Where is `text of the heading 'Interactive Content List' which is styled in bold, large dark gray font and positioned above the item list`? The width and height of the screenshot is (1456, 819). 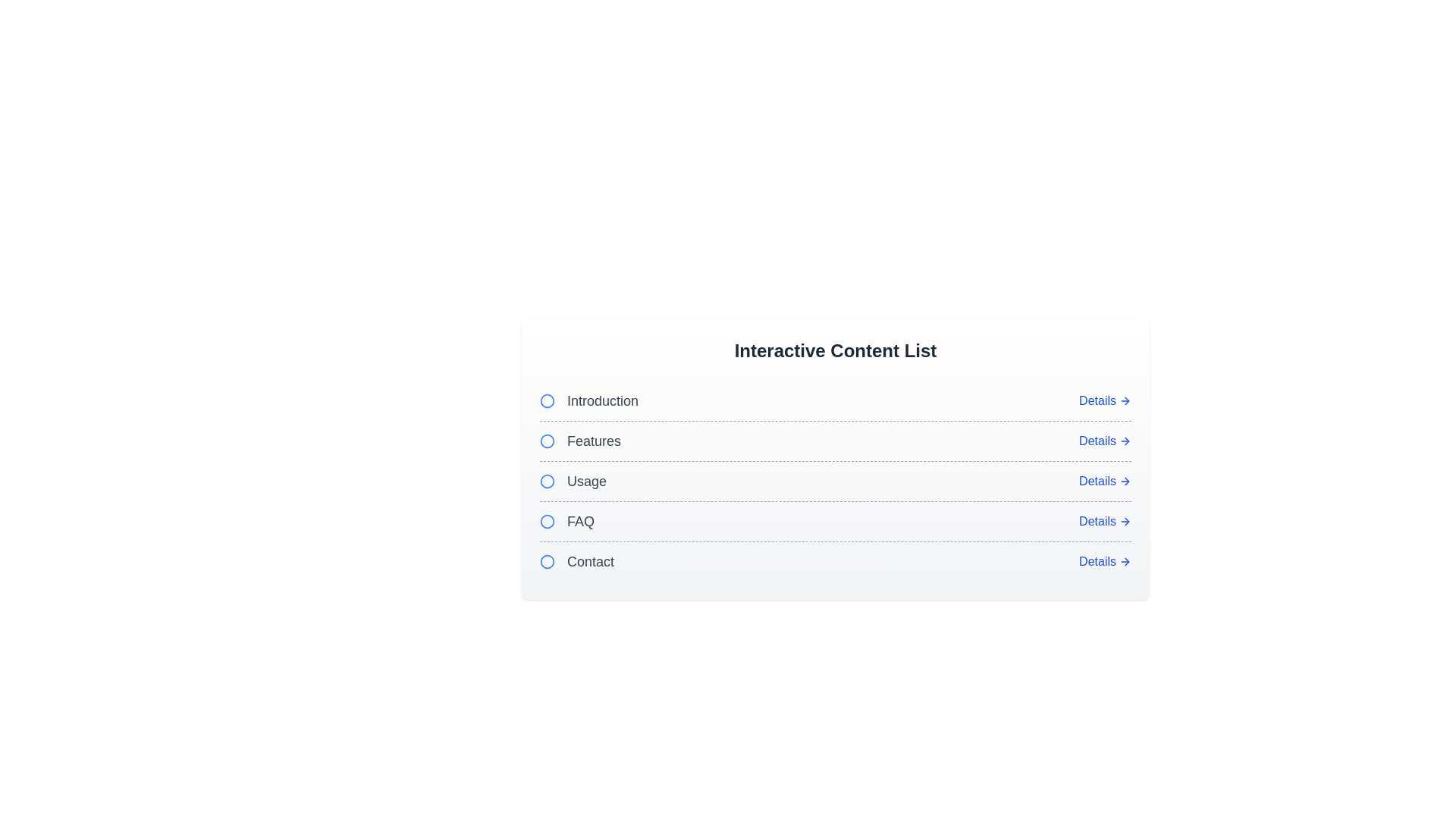
text of the heading 'Interactive Content List' which is styled in bold, large dark gray font and positioned above the item list is located at coordinates (835, 350).